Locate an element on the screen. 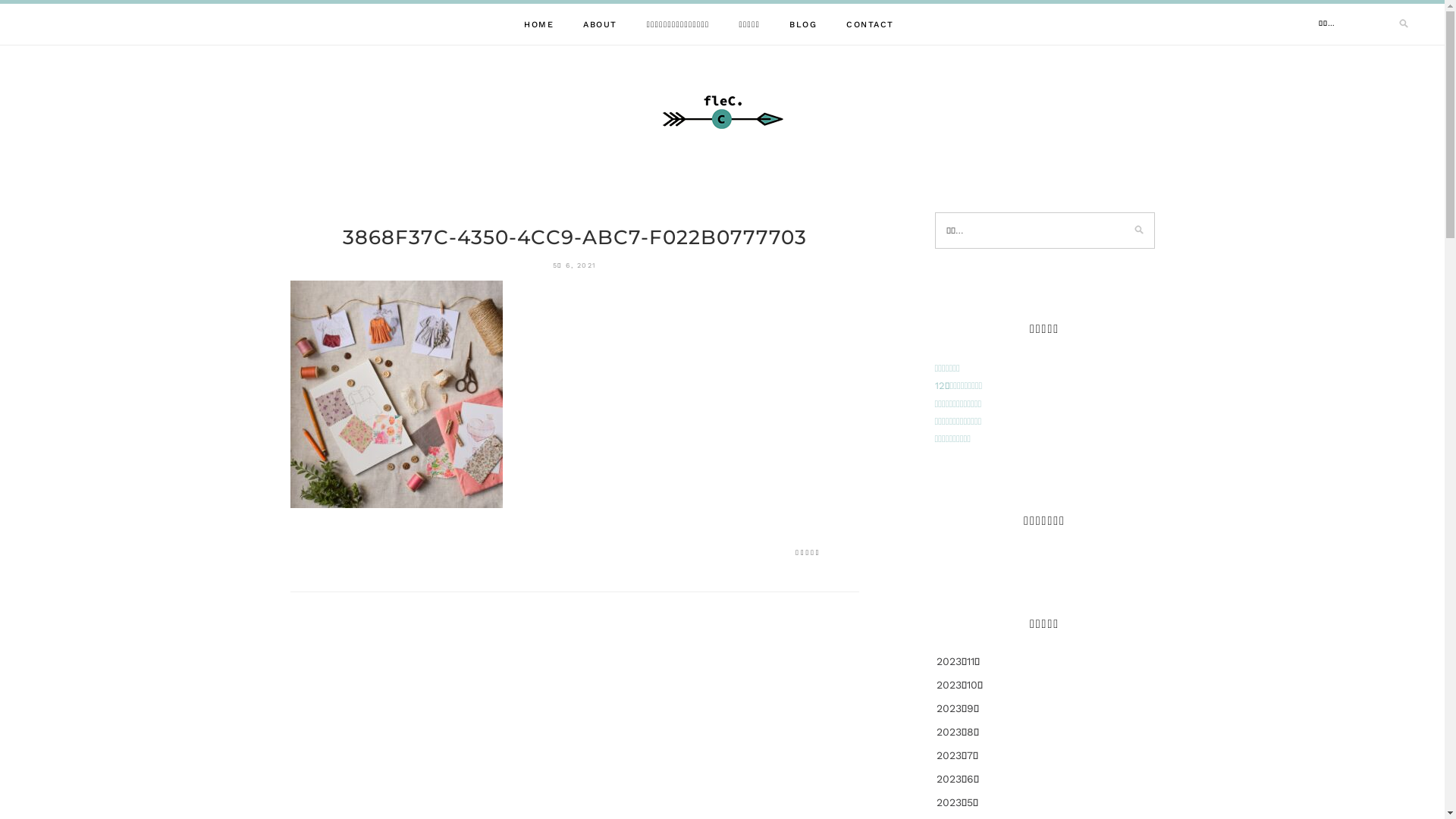 This screenshot has height=819, width=1456. 'CONTACT' is located at coordinates (846, 24).